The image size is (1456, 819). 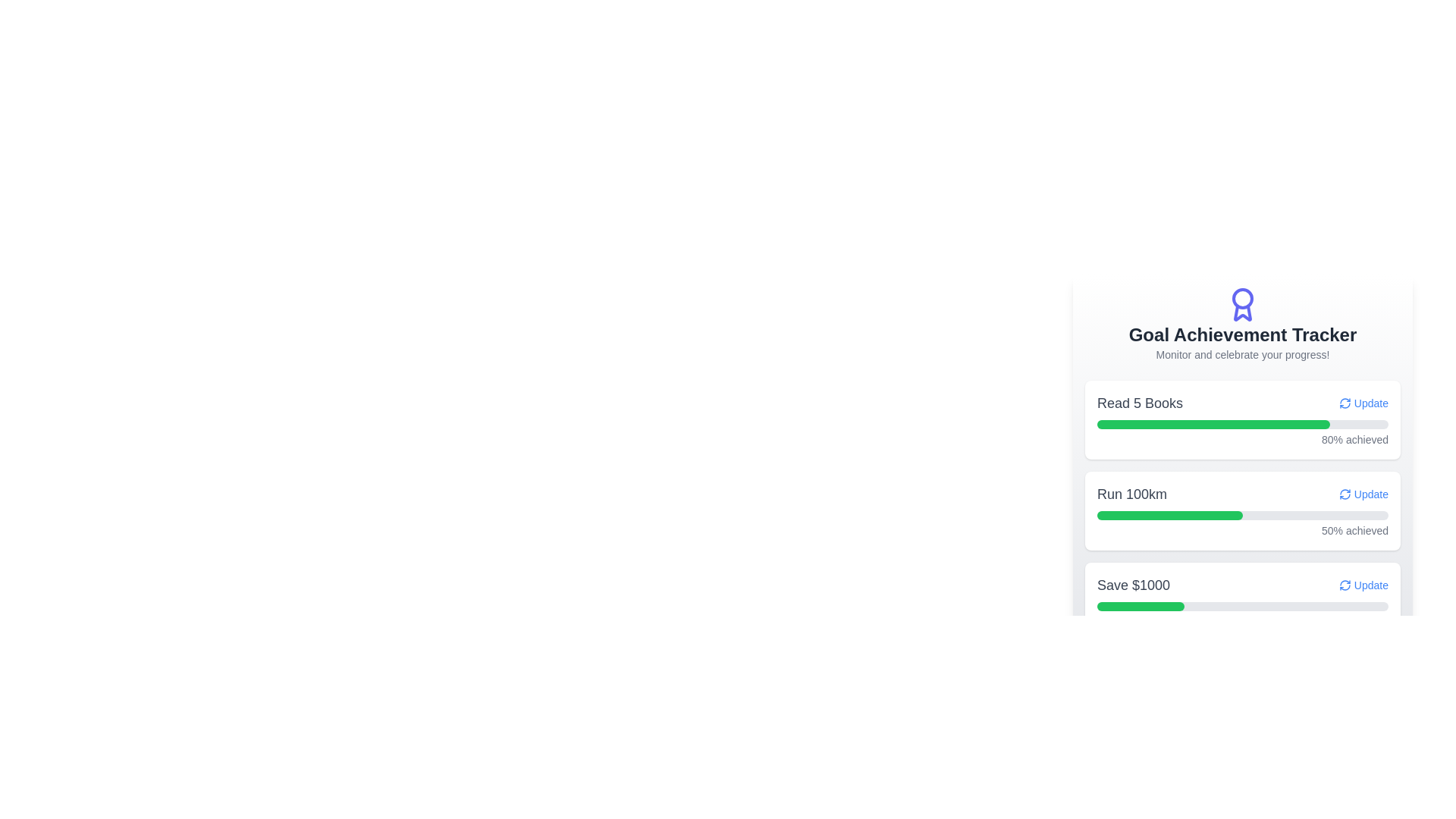 What do you see at coordinates (1242, 334) in the screenshot?
I see `the text label that reads 'Goal Achievement Tracker', which is styled in a larger, bold grayish-black font, located below the illustrated badge icon and above the descriptive text` at bounding box center [1242, 334].